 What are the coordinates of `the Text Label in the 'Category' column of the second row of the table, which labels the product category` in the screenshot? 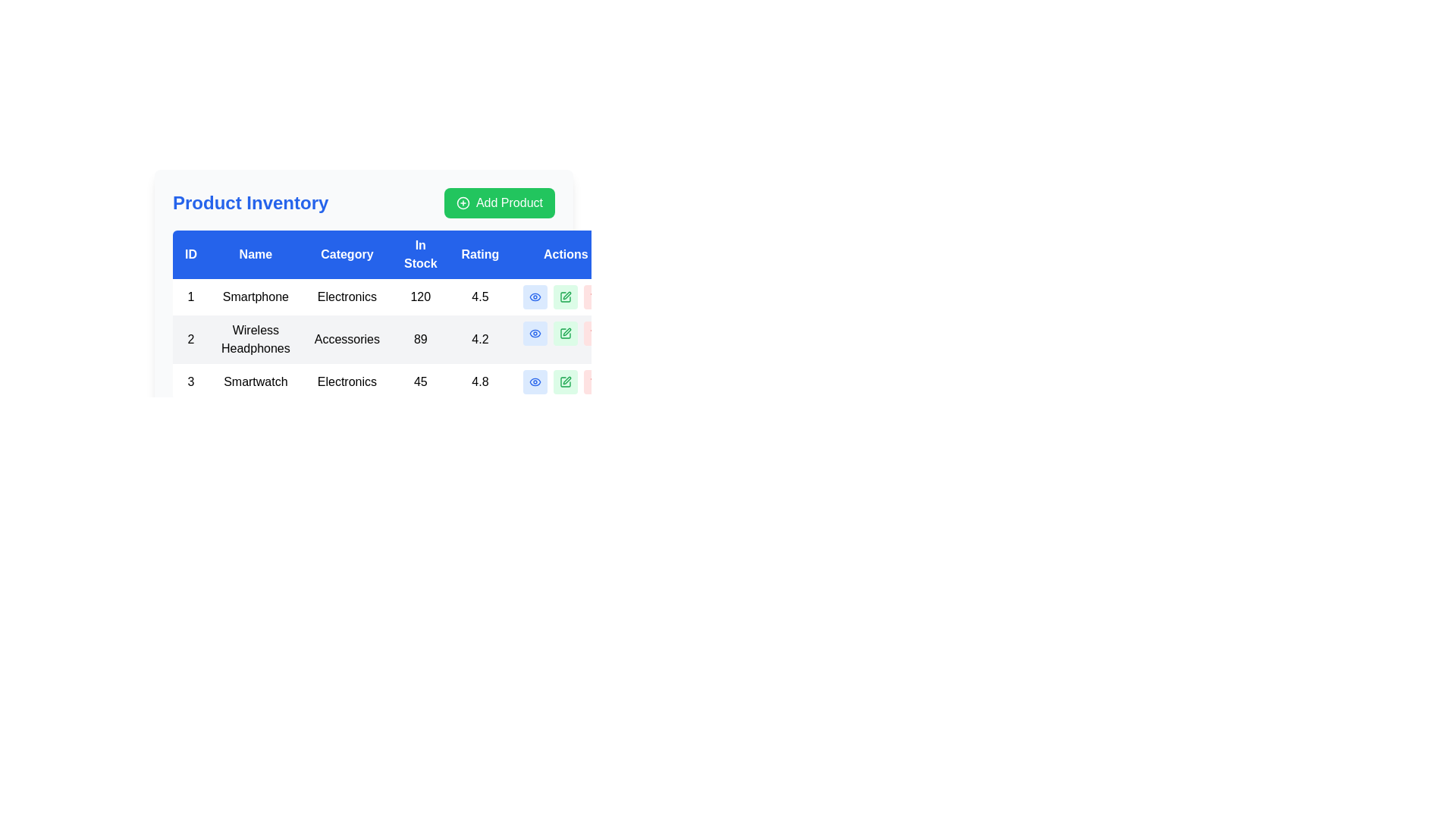 It's located at (346, 338).